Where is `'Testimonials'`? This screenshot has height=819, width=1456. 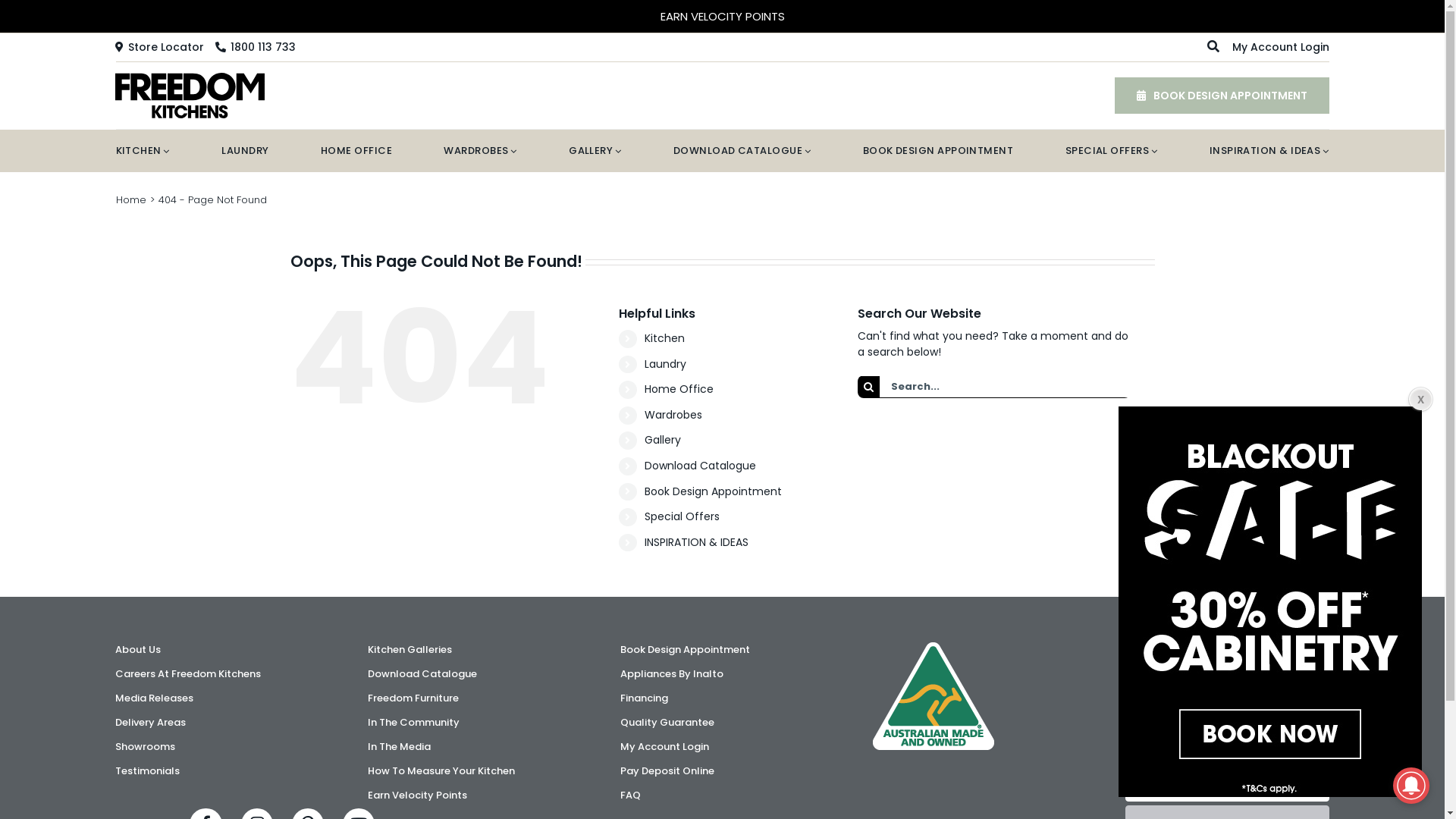
'Testimonials' is located at coordinates (216, 771).